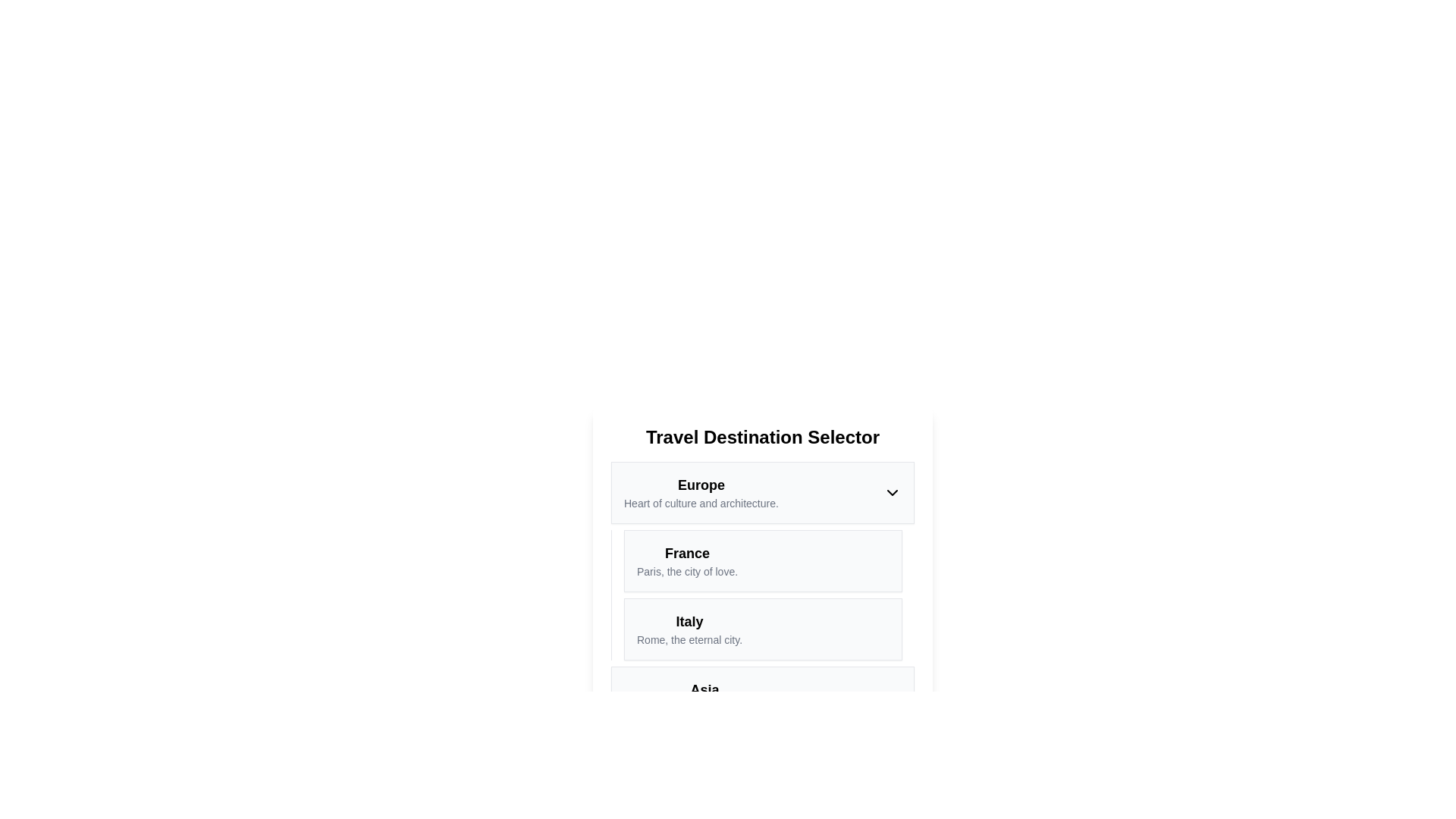  I want to click on the text label displaying 'Paris, the city of love.' positioned beneath the title 'France' in the 'Travel Destination Selector' panel, so click(686, 571).